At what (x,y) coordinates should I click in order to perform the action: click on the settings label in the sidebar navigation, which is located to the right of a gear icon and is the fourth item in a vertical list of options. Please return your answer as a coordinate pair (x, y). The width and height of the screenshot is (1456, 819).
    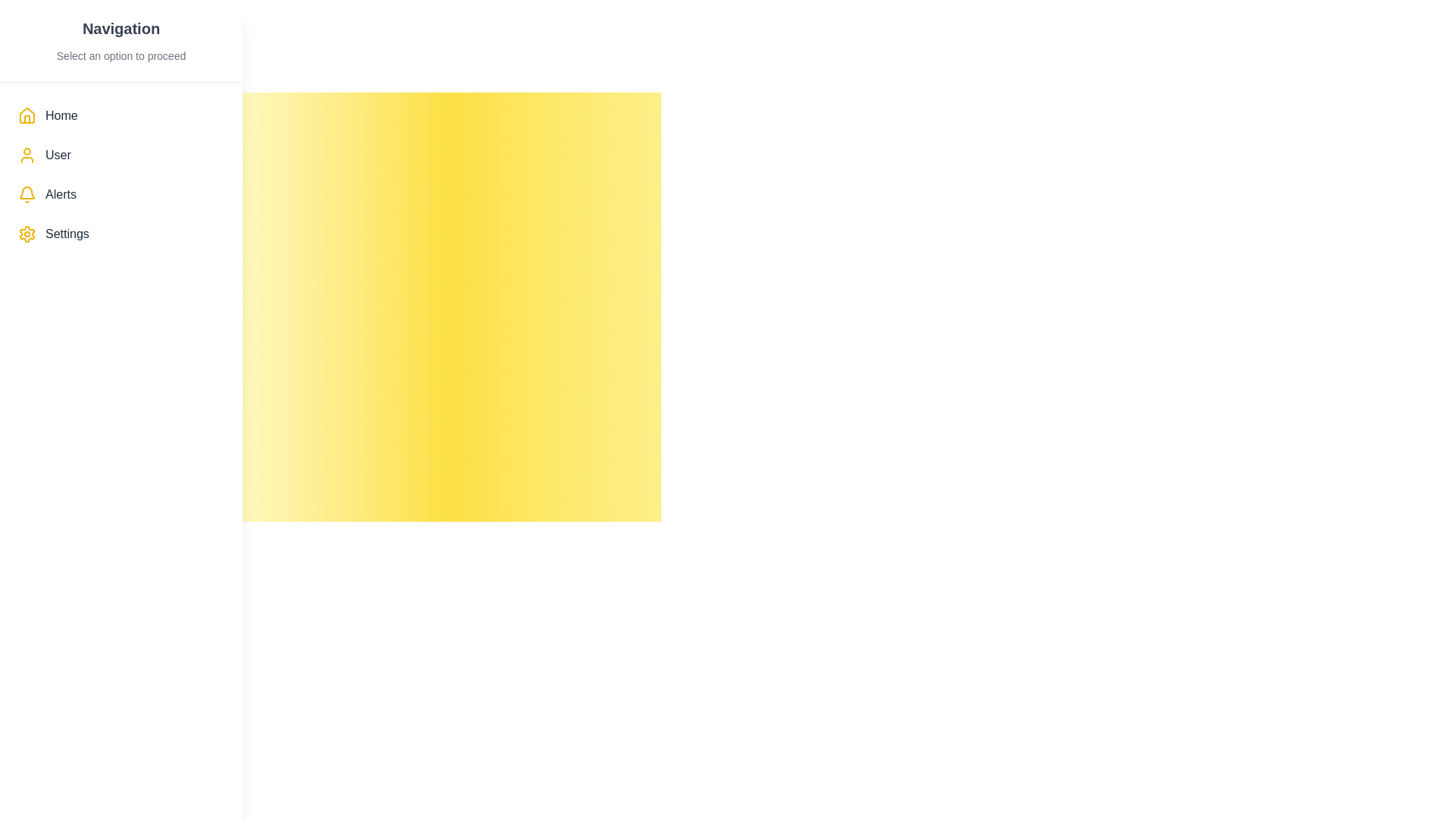
    Looking at the image, I should click on (66, 234).